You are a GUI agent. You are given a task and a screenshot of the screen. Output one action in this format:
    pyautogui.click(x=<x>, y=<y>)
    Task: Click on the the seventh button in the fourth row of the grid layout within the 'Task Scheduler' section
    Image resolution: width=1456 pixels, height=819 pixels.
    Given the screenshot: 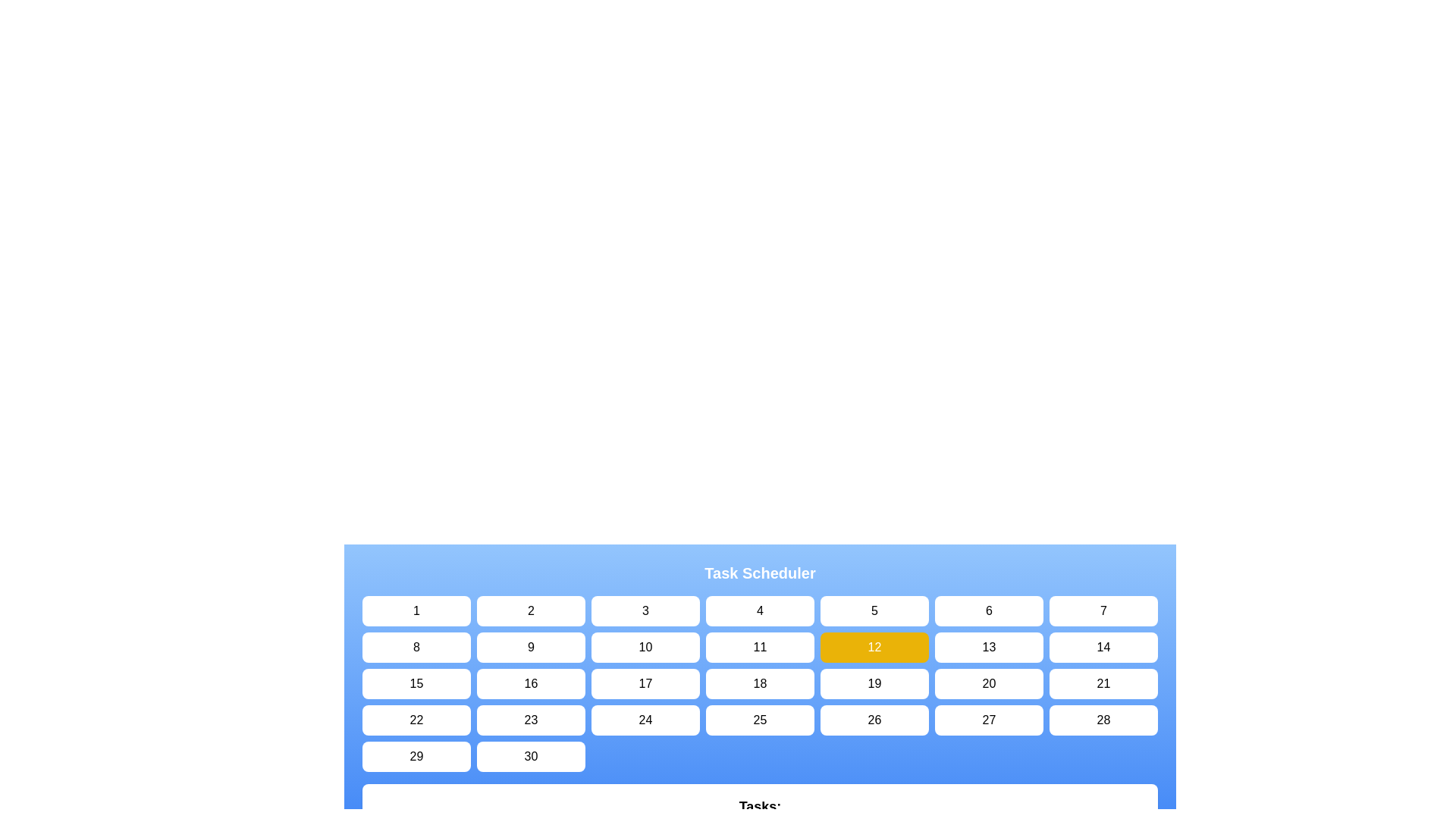 What is the action you would take?
    pyautogui.click(x=989, y=719)
    